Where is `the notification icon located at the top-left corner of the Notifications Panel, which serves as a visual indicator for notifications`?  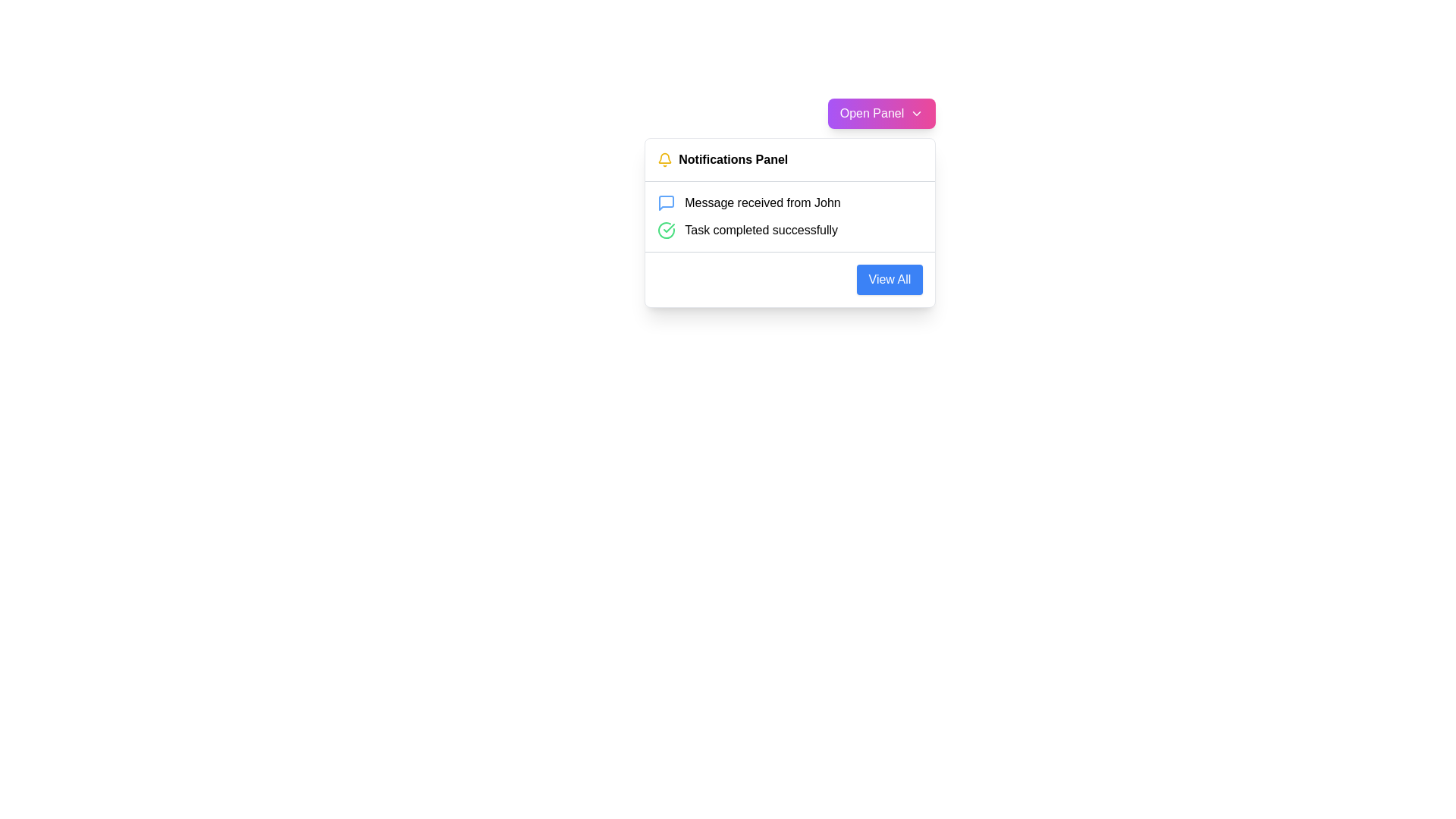 the notification icon located at the top-left corner of the Notifications Panel, which serves as a visual indicator for notifications is located at coordinates (665, 160).